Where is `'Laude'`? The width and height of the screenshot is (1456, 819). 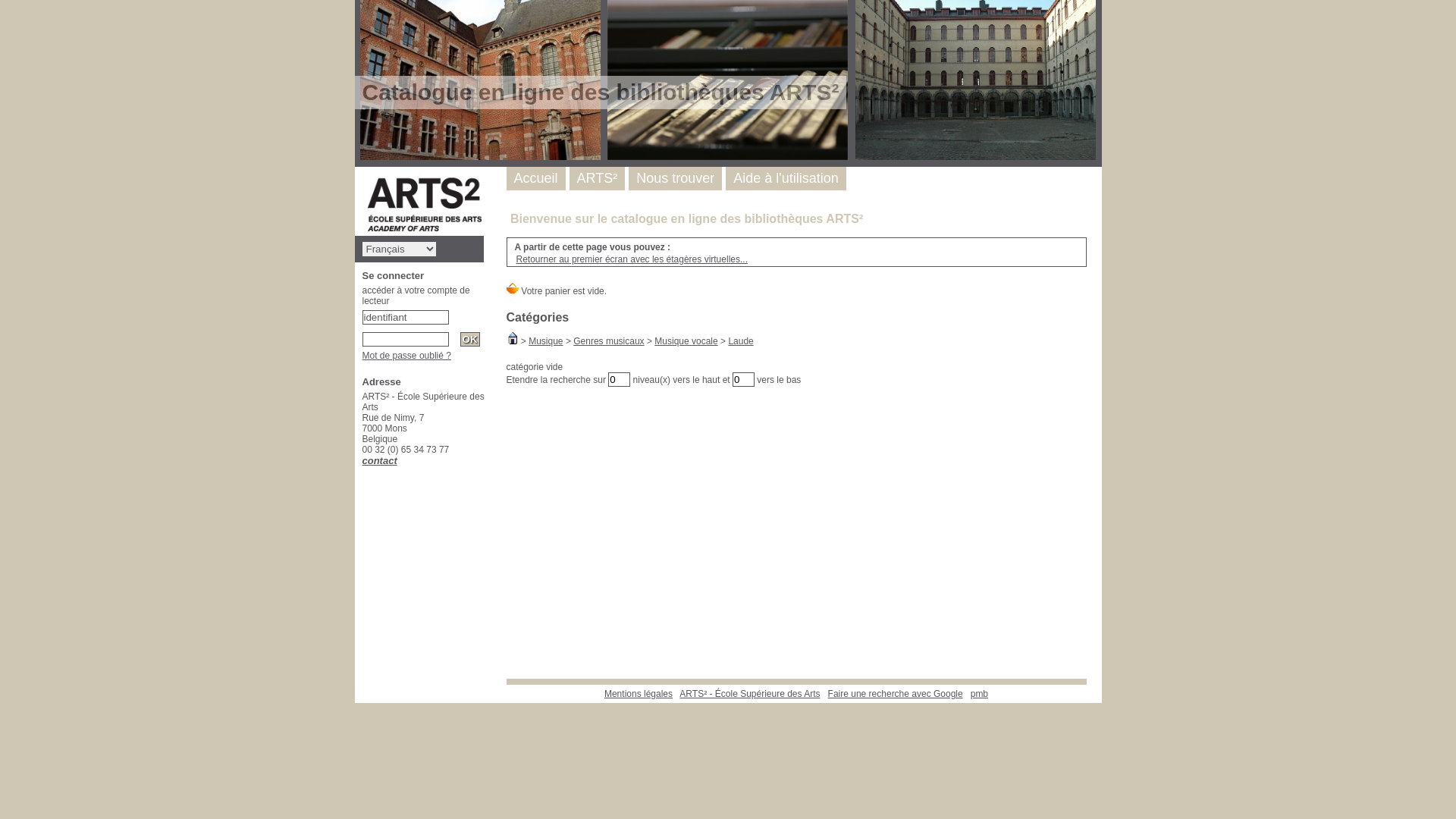 'Laude' is located at coordinates (740, 341).